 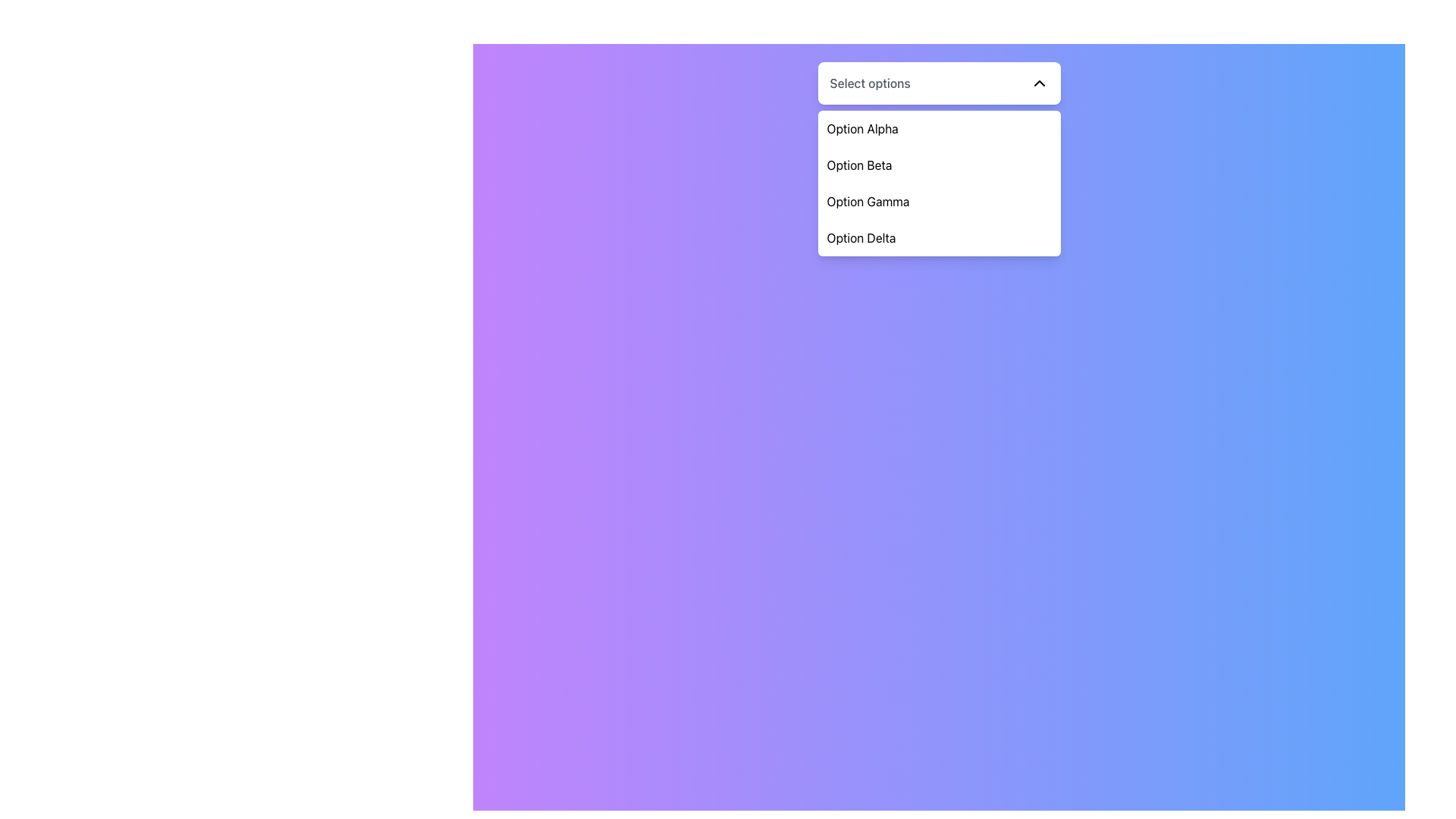 What do you see at coordinates (870, 83) in the screenshot?
I see `the Text Label that indicates the action for the dropdown functionality, positioned above and slightly to the left of a chevron icon` at bounding box center [870, 83].